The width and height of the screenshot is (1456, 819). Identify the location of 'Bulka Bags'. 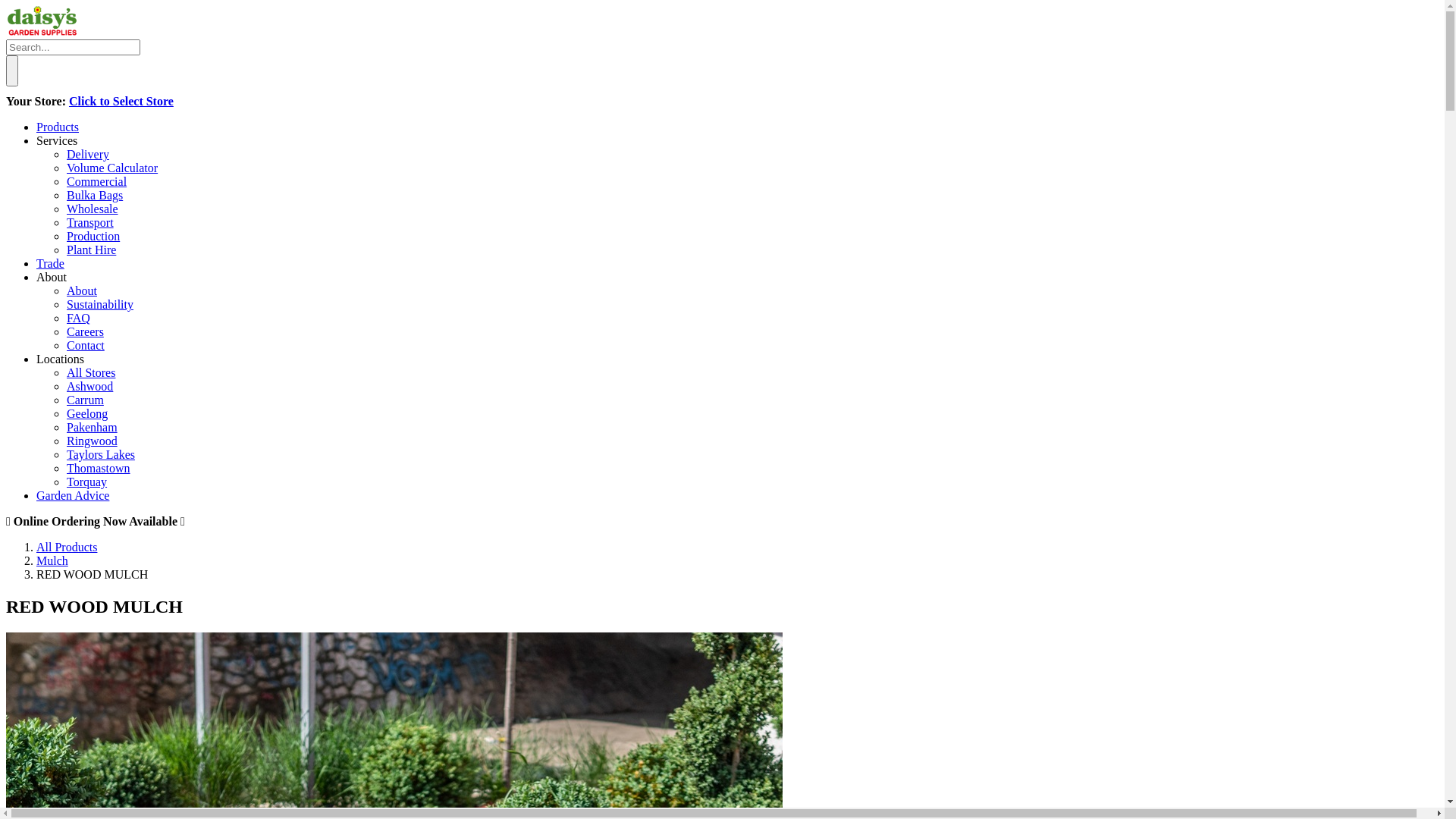
(93, 194).